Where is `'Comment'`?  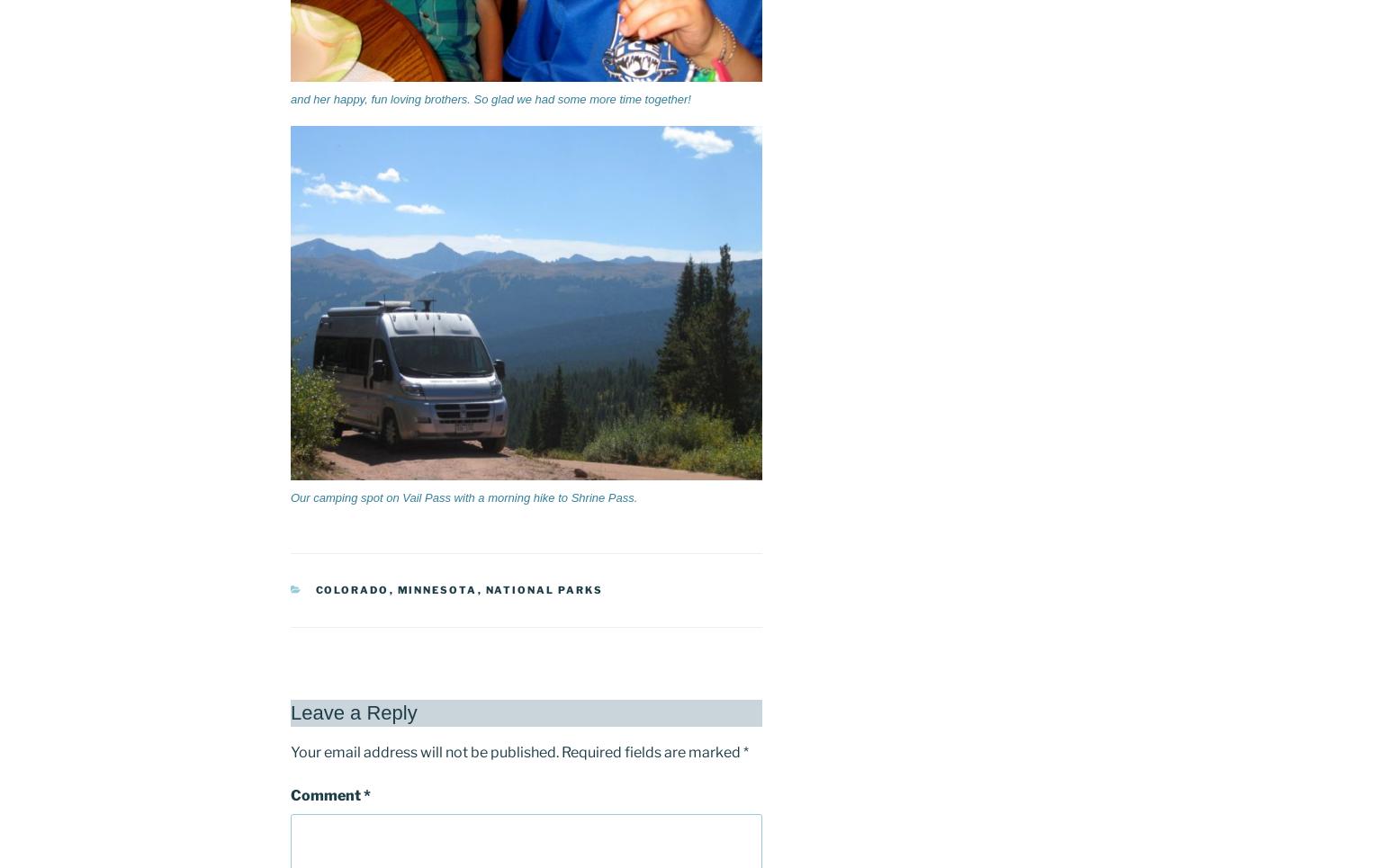
'Comment' is located at coordinates (326, 794).